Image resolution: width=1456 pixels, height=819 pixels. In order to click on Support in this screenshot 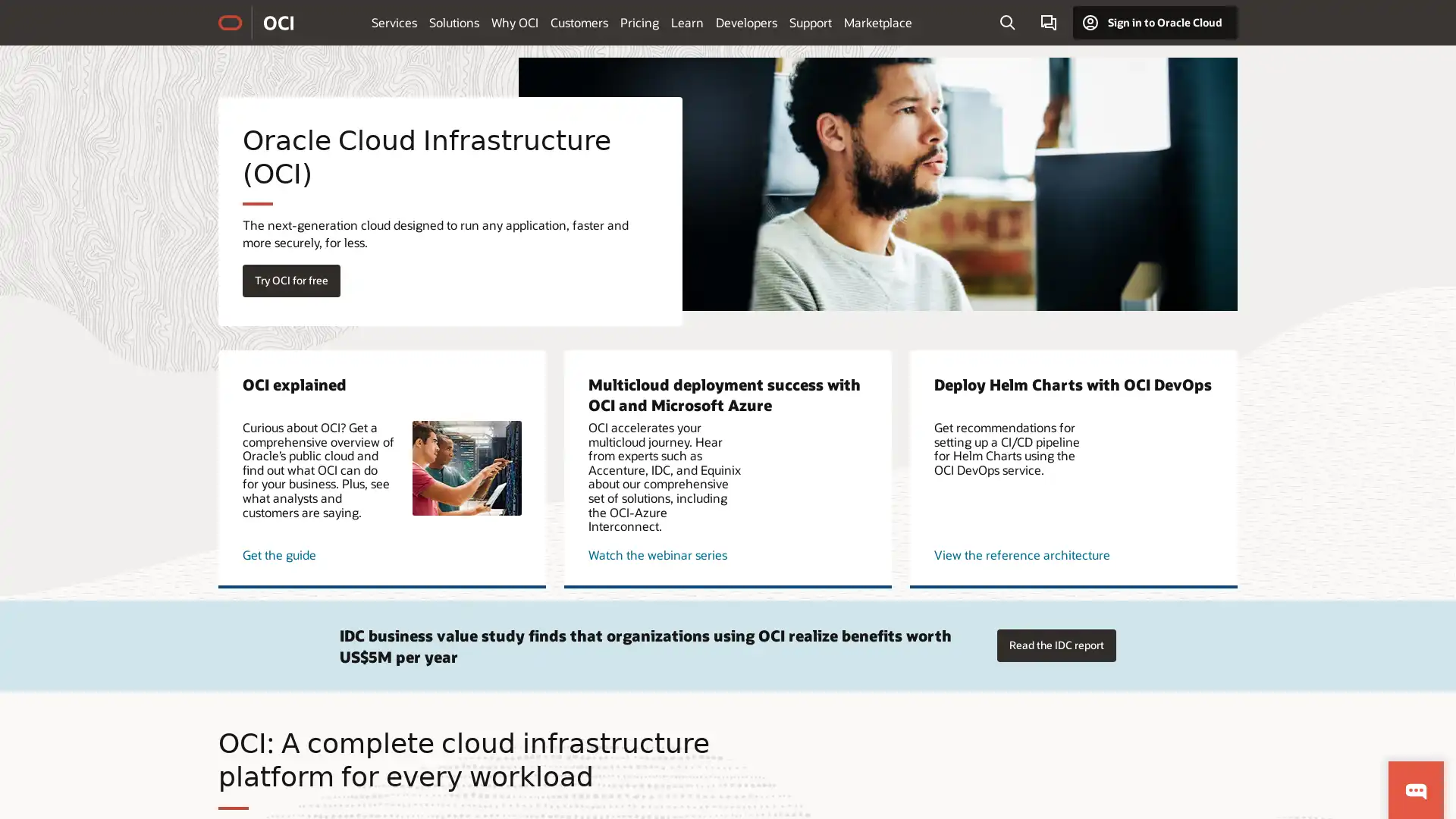, I will do `click(810, 22)`.